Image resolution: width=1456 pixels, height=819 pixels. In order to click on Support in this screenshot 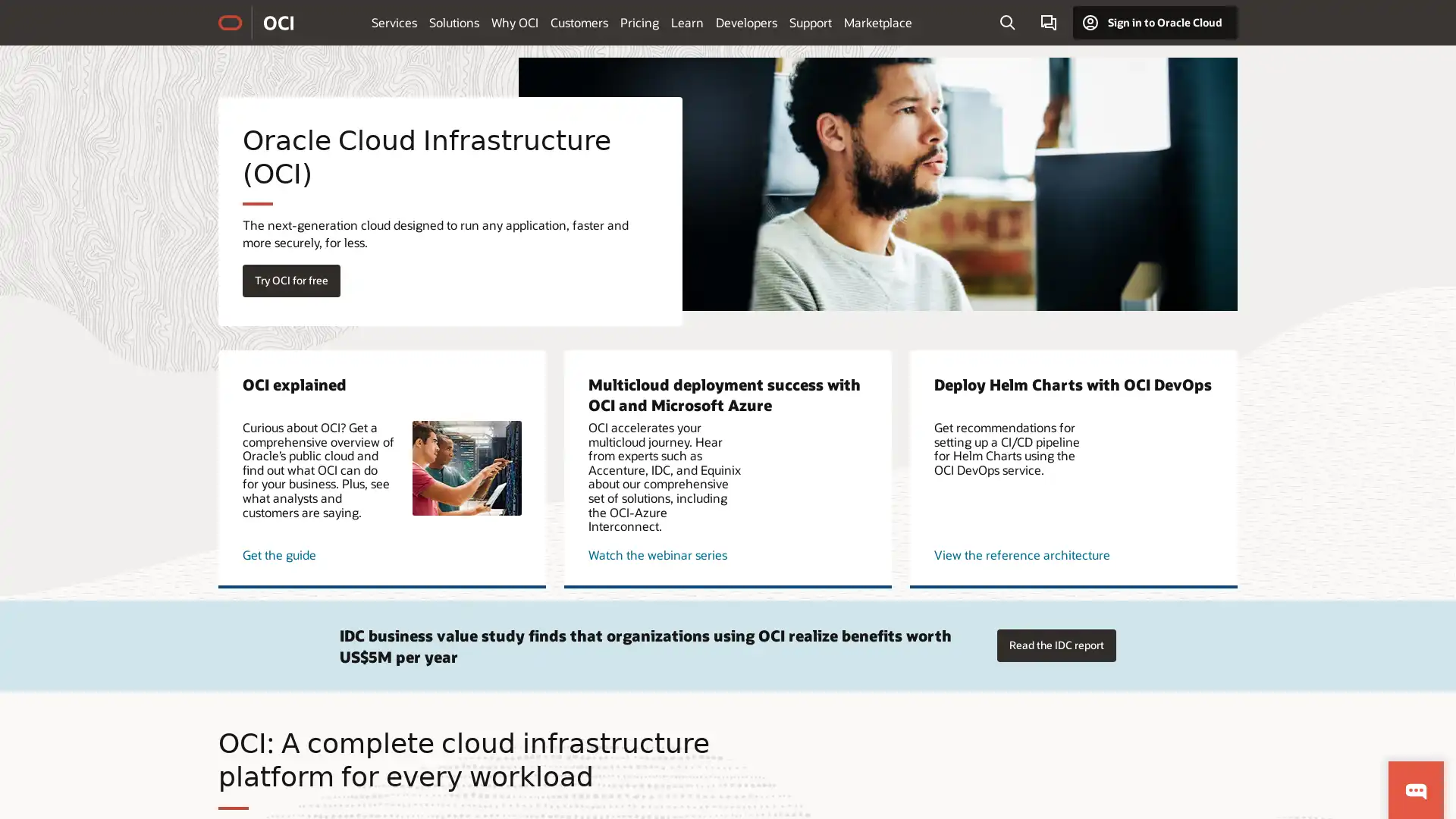, I will do `click(810, 22)`.